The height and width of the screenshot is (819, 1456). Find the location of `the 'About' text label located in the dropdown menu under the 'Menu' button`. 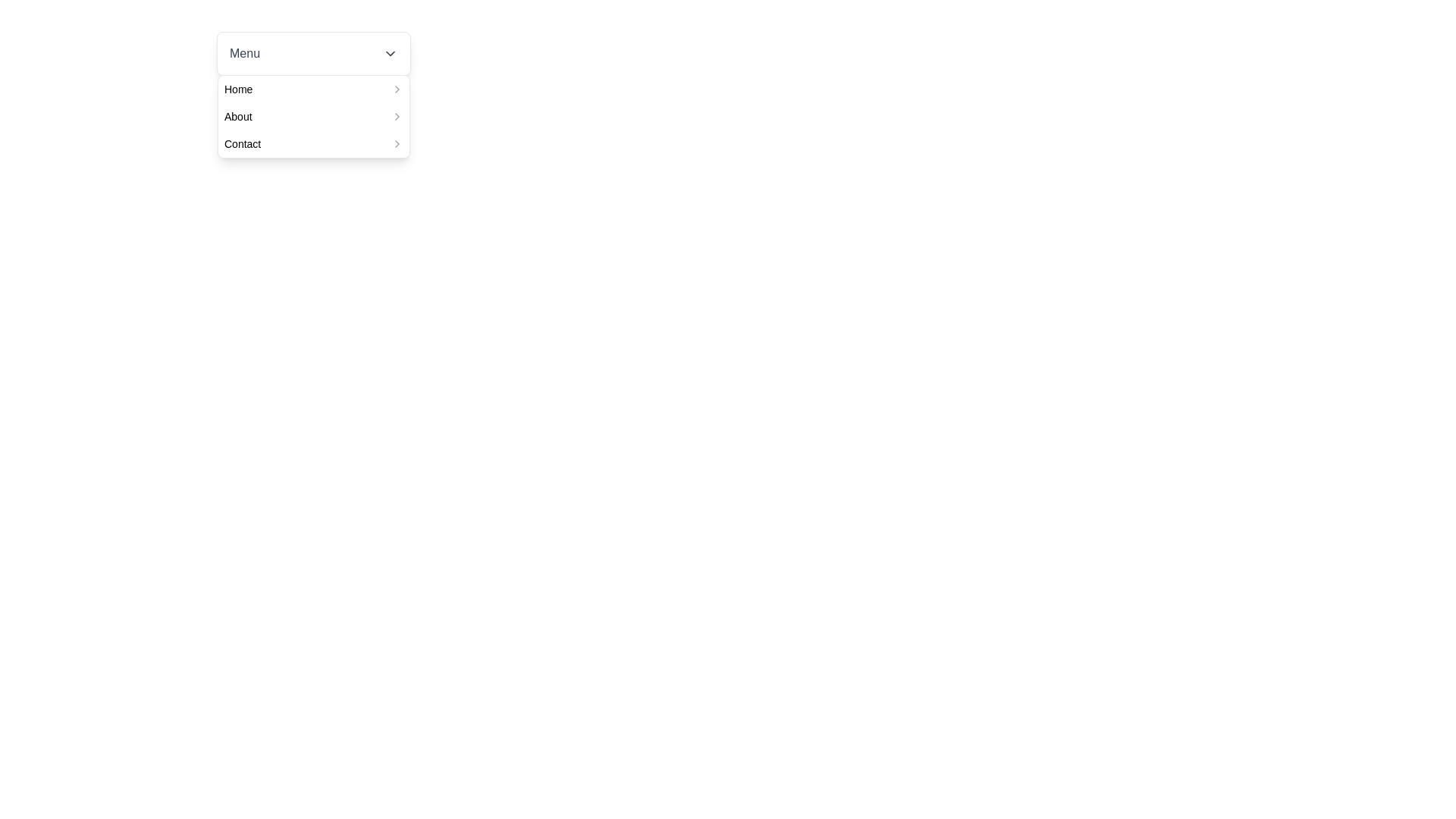

the 'About' text label located in the dropdown menu under the 'Menu' button is located at coordinates (237, 116).